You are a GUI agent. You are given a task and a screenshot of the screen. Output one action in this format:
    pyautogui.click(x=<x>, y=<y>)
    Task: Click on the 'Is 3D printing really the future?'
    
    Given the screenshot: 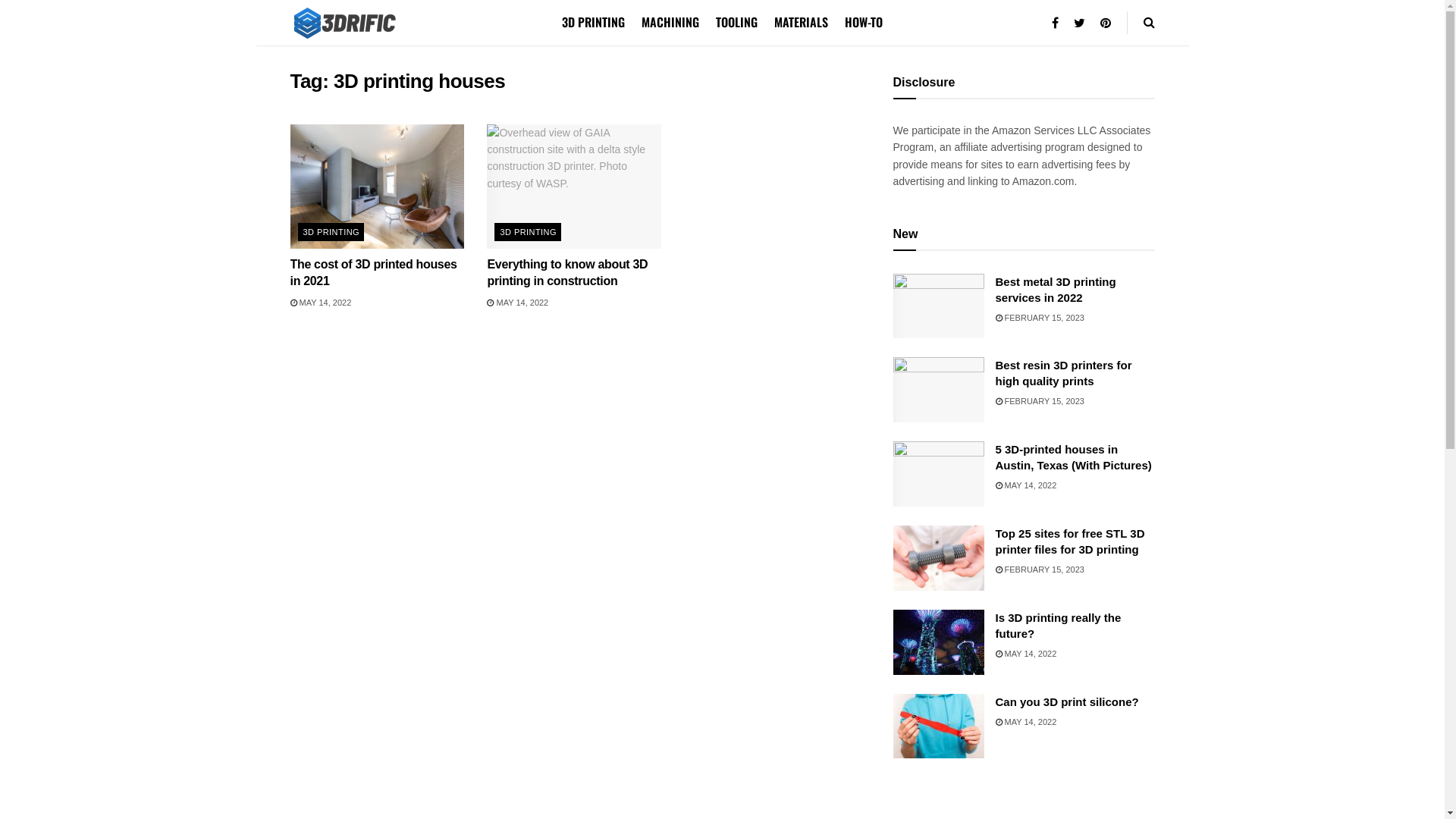 What is the action you would take?
    pyautogui.click(x=994, y=626)
    